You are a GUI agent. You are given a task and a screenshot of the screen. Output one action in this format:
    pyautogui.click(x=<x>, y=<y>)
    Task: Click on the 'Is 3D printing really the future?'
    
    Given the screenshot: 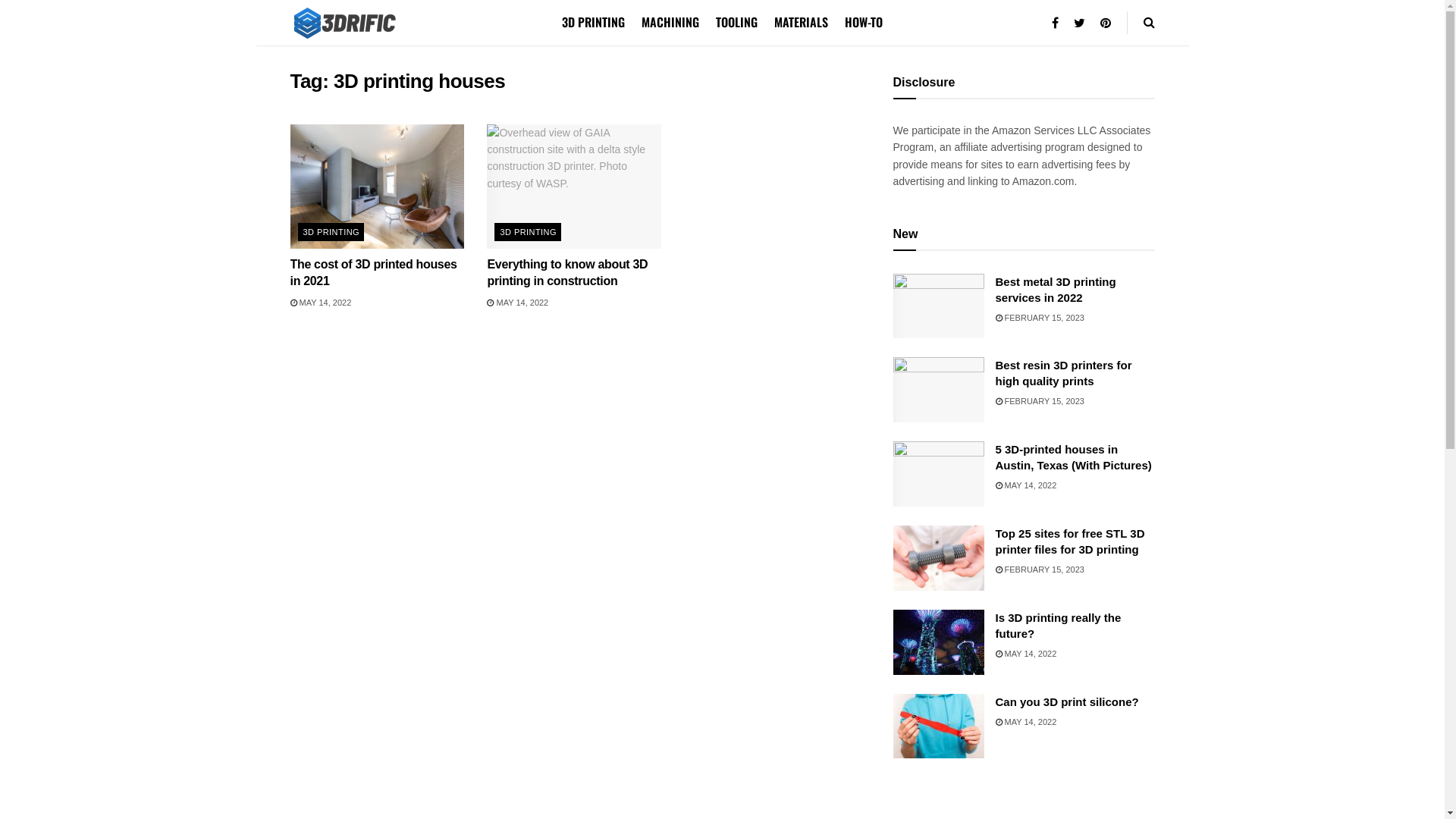 What is the action you would take?
    pyautogui.click(x=994, y=626)
    